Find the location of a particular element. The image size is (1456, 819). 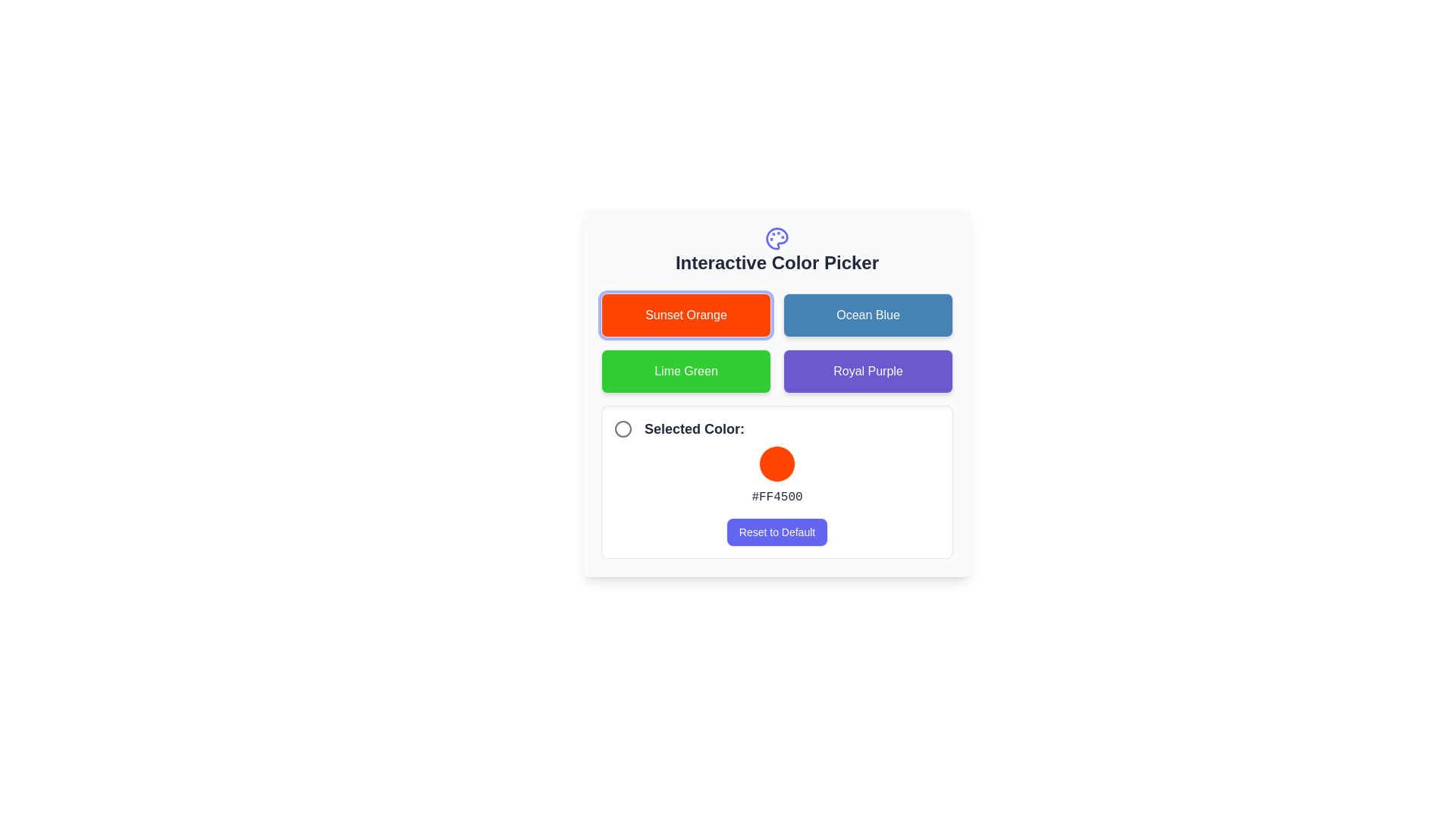

the button labeled 'Sunset Orange' is located at coordinates (686, 315).